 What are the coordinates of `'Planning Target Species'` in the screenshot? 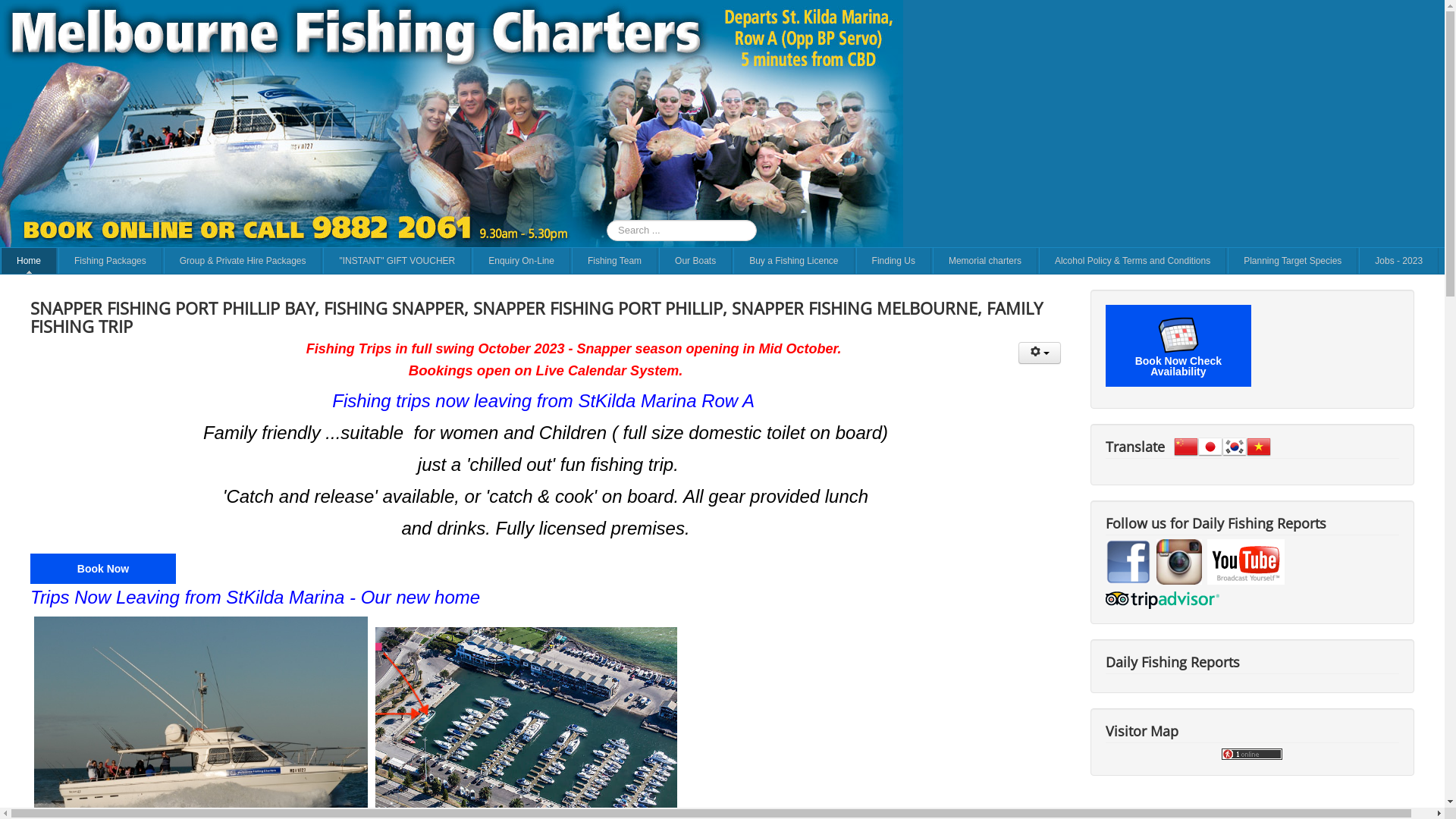 It's located at (1291, 259).